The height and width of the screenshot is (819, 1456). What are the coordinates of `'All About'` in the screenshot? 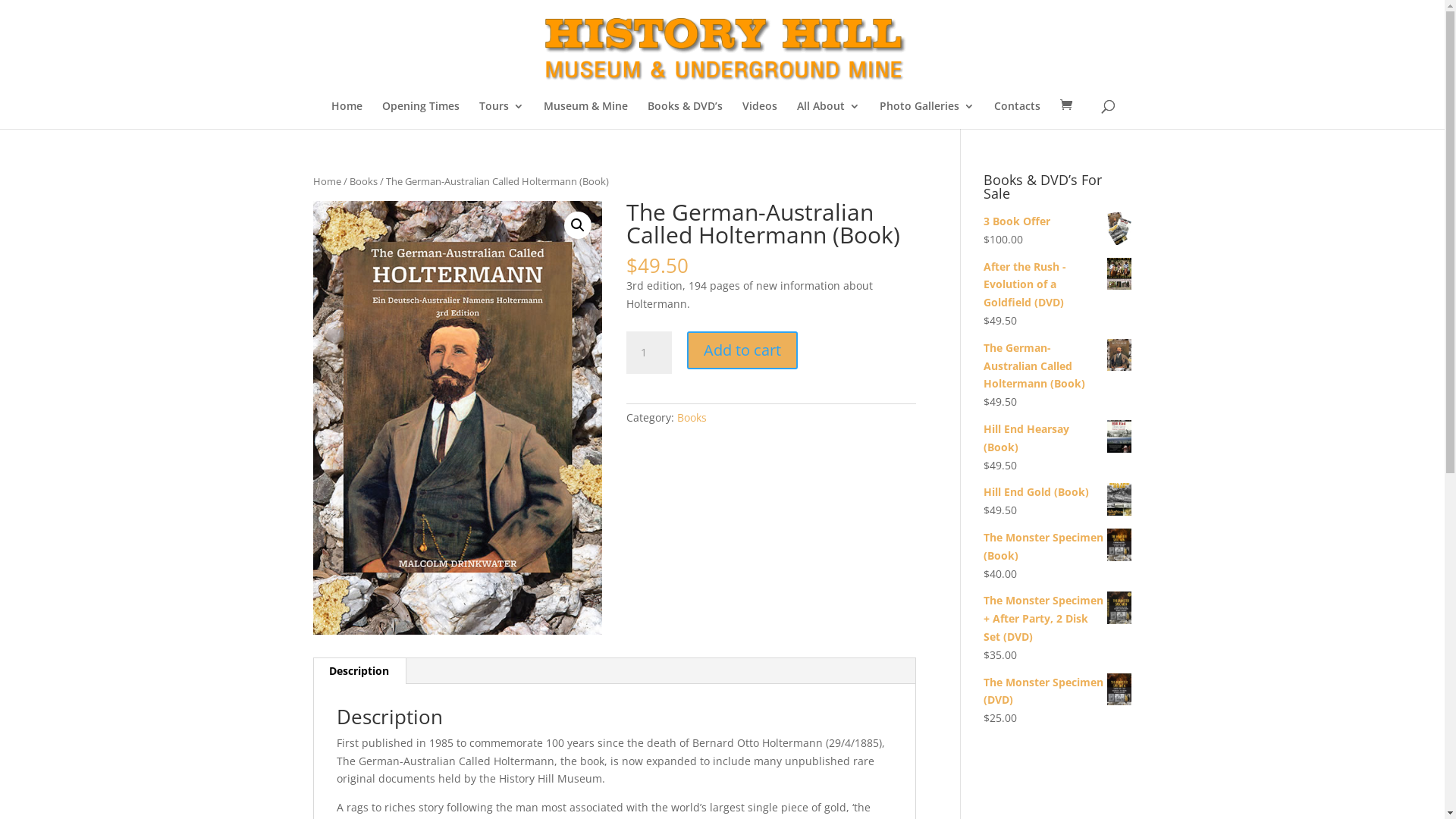 It's located at (827, 114).